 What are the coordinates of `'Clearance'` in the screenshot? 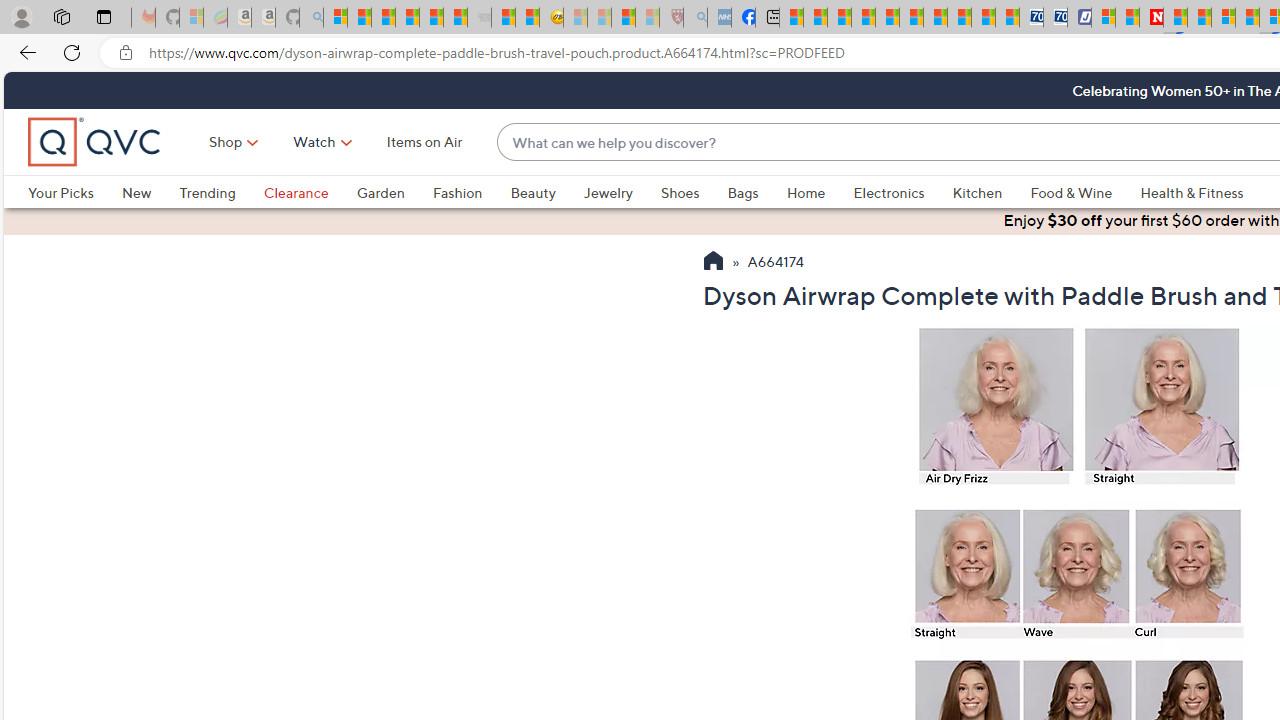 It's located at (294, 192).